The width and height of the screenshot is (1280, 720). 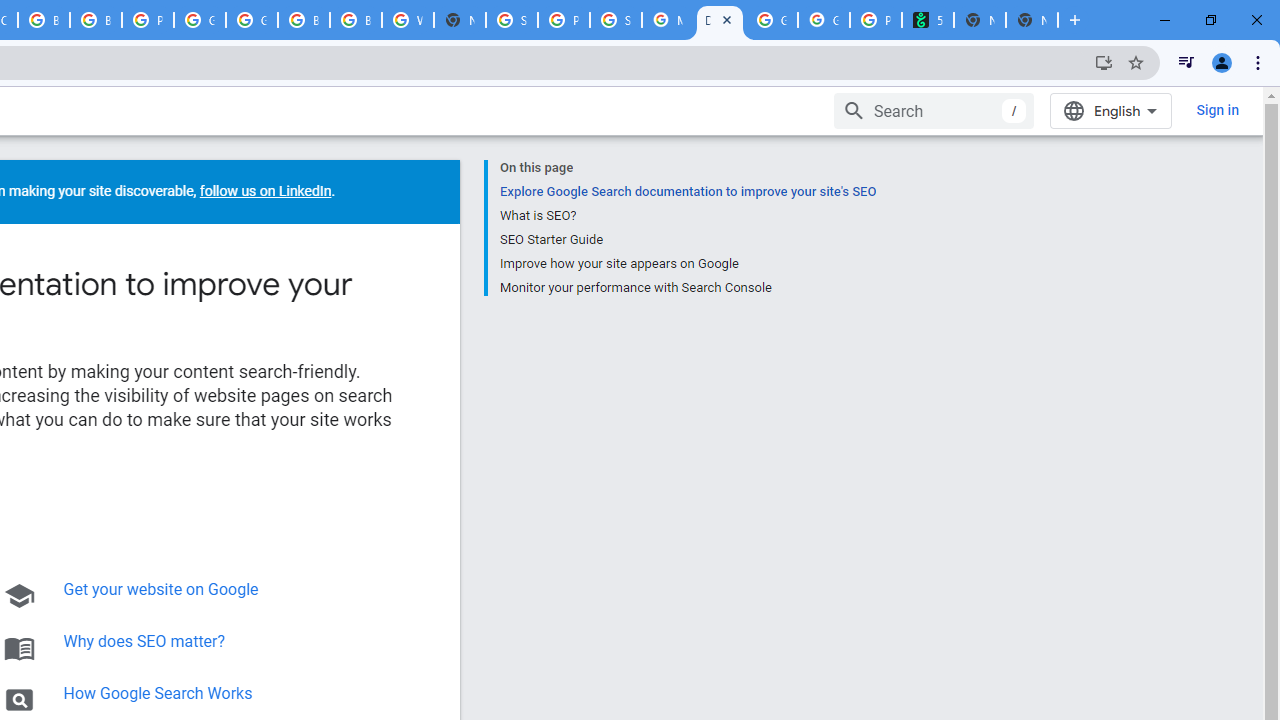 What do you see at coordinates (687, 262) in the screenshot?
I see `'Improve how your site appears on Google'` at bounding box center [687, 262].